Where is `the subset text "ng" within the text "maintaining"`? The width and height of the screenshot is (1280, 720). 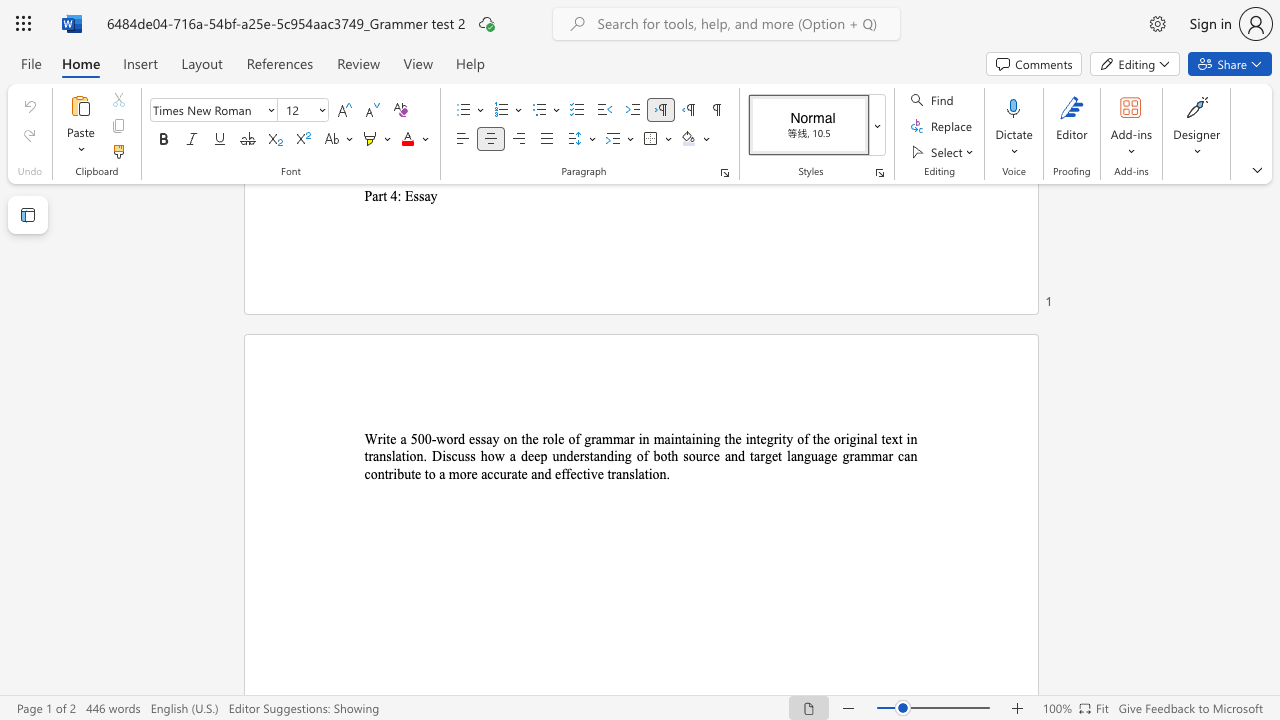 the subset text "ng" within the text "maintaining" is located at coordinates (706, 438).